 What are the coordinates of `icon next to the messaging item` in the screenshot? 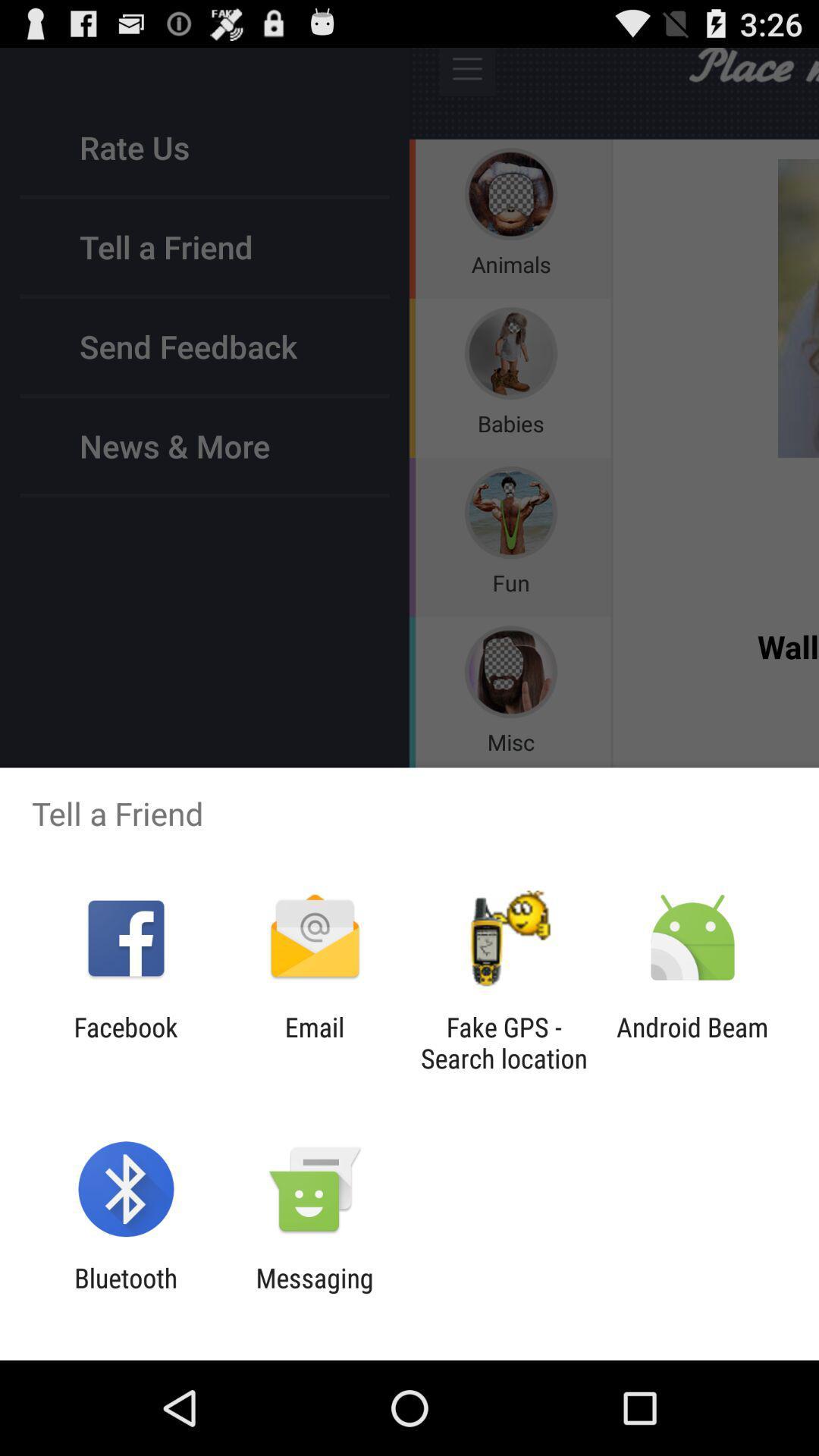 It's located at (125, 1293).